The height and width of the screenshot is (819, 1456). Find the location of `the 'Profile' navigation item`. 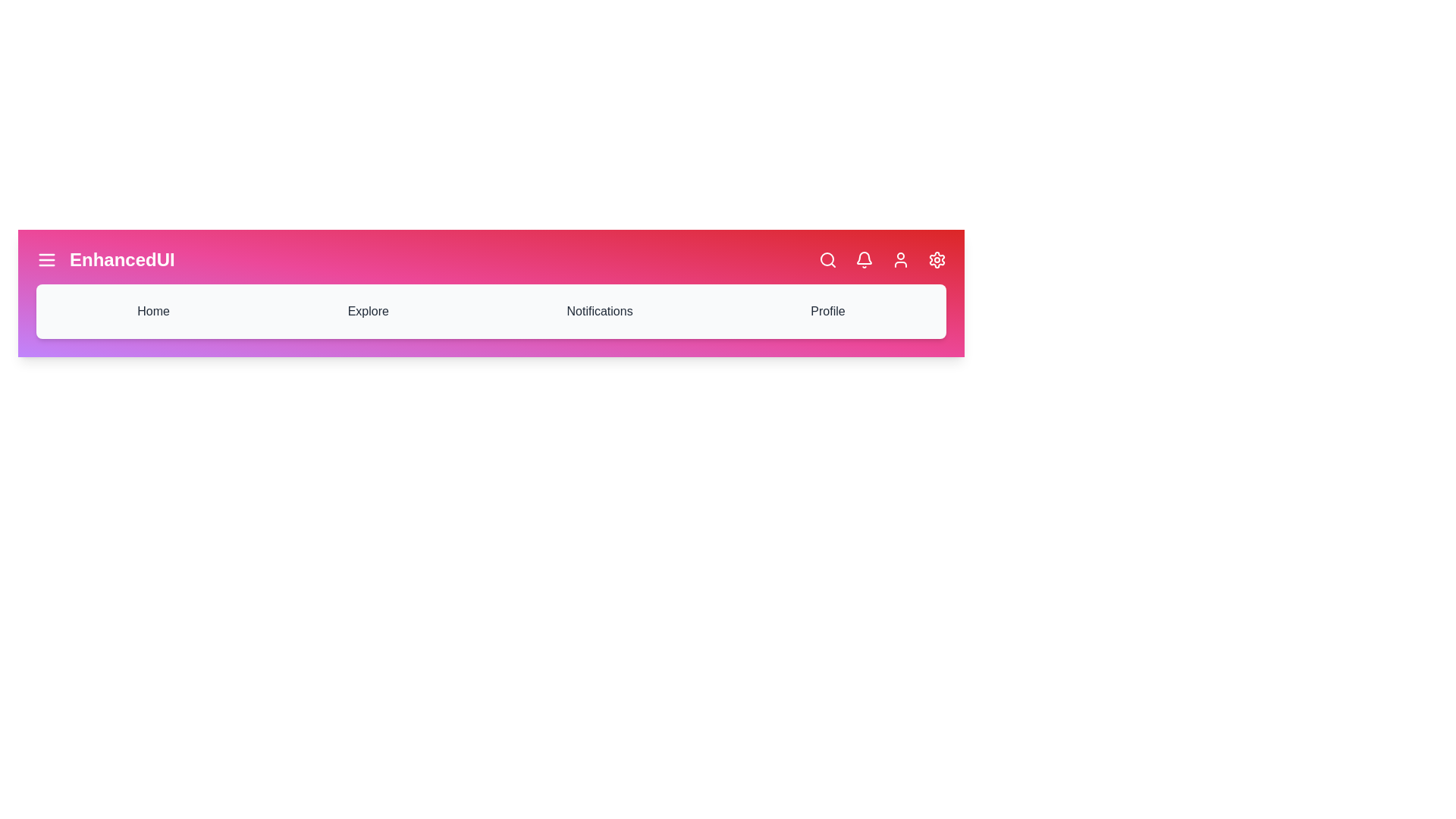

the 'Profile' navigation item is located at coordinates (827, 311).